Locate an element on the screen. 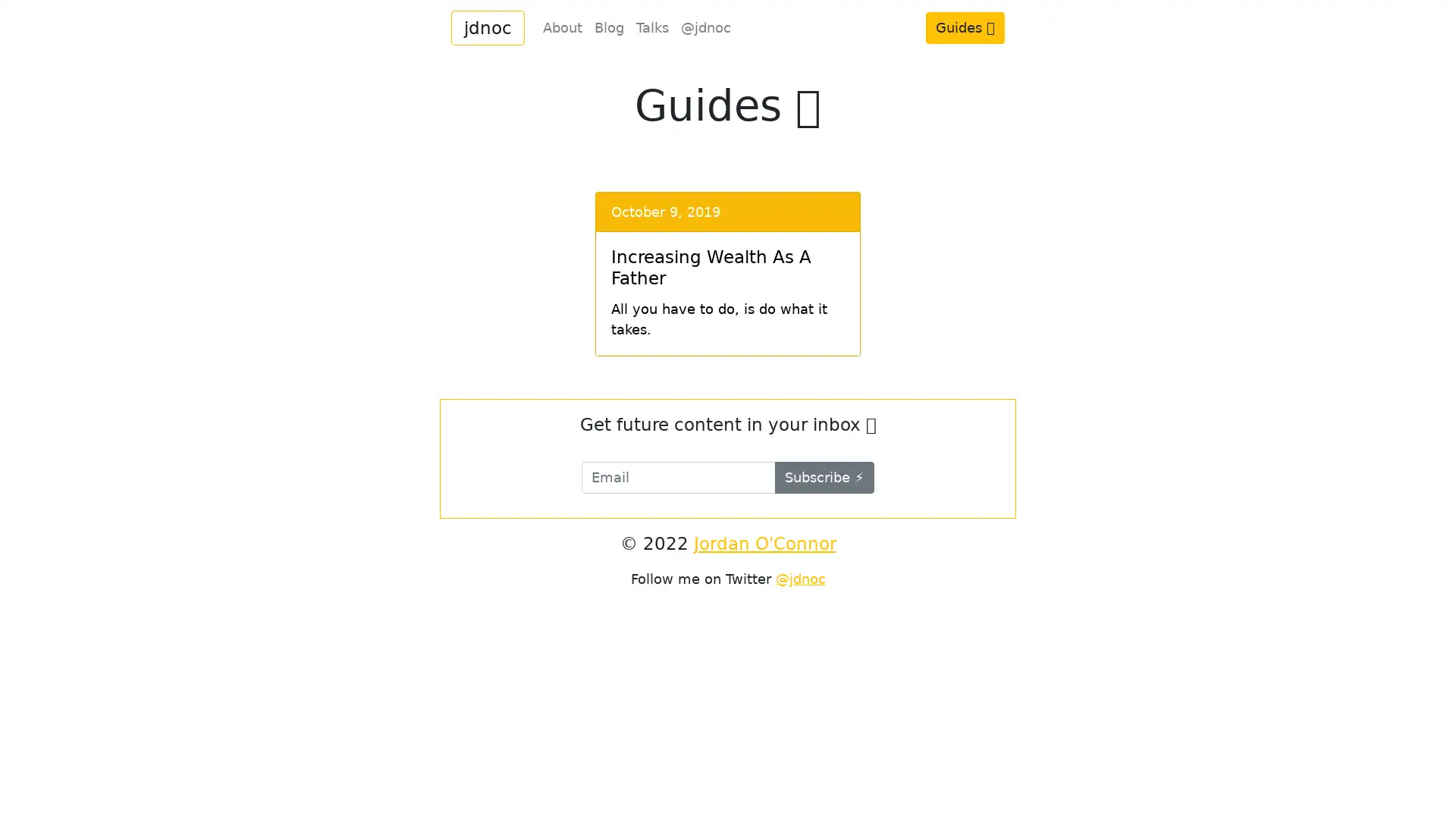  Guides is located at coordinates (964, 27).